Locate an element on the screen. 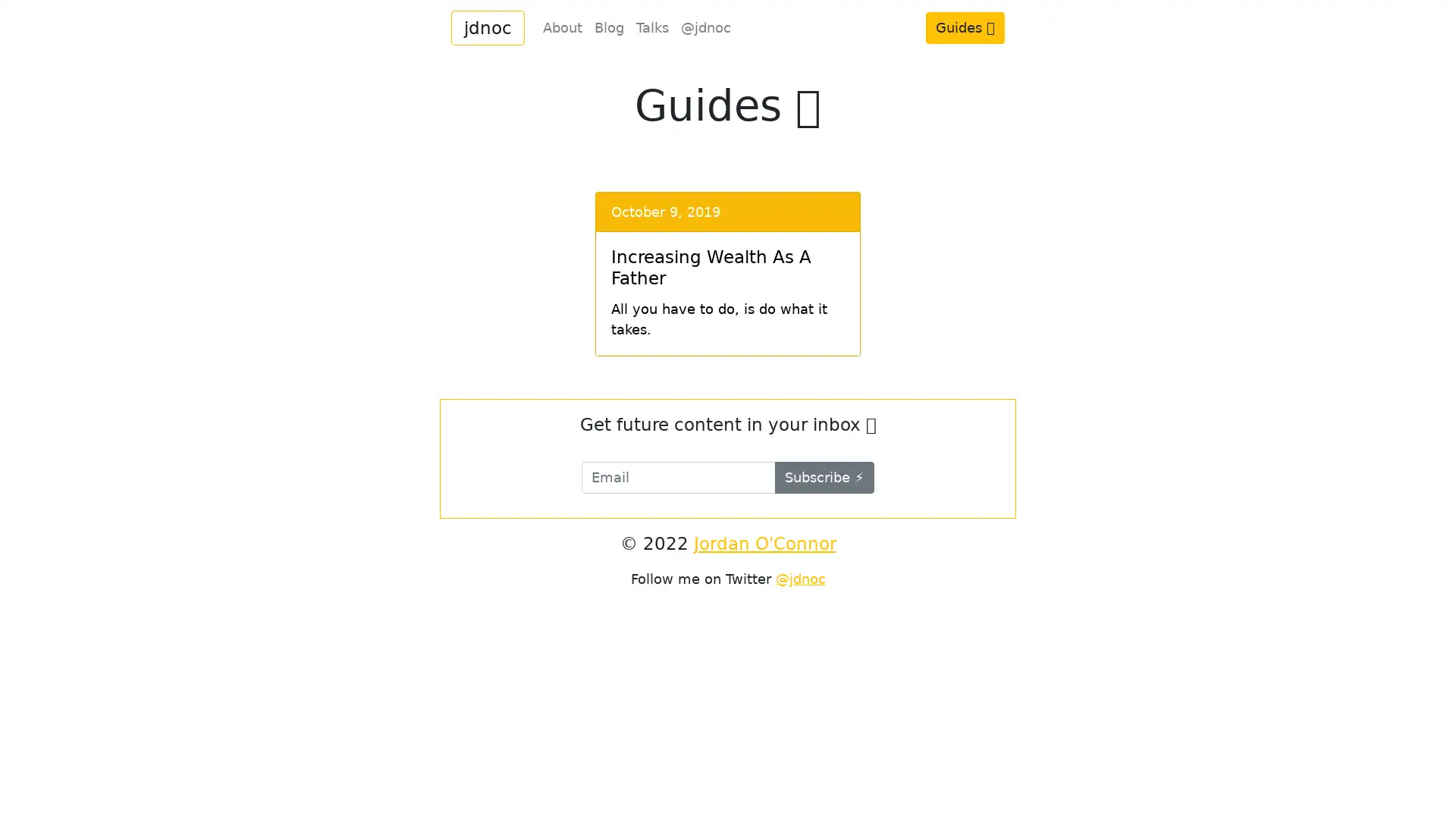  Guides is located at coordinates (964, 27).